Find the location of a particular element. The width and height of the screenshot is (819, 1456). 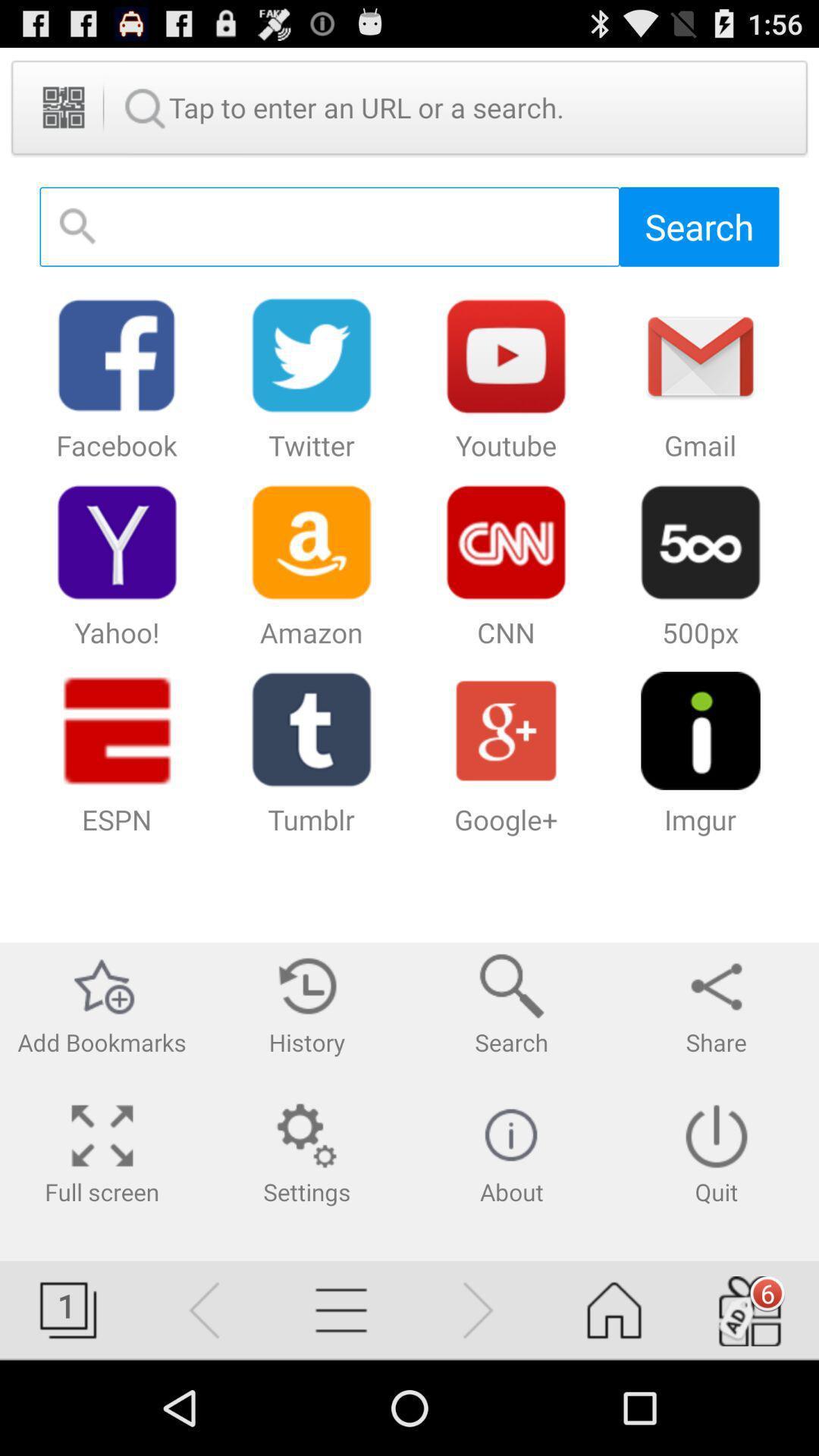

the arrow_backward icon is located at coordinates (205, 1401).